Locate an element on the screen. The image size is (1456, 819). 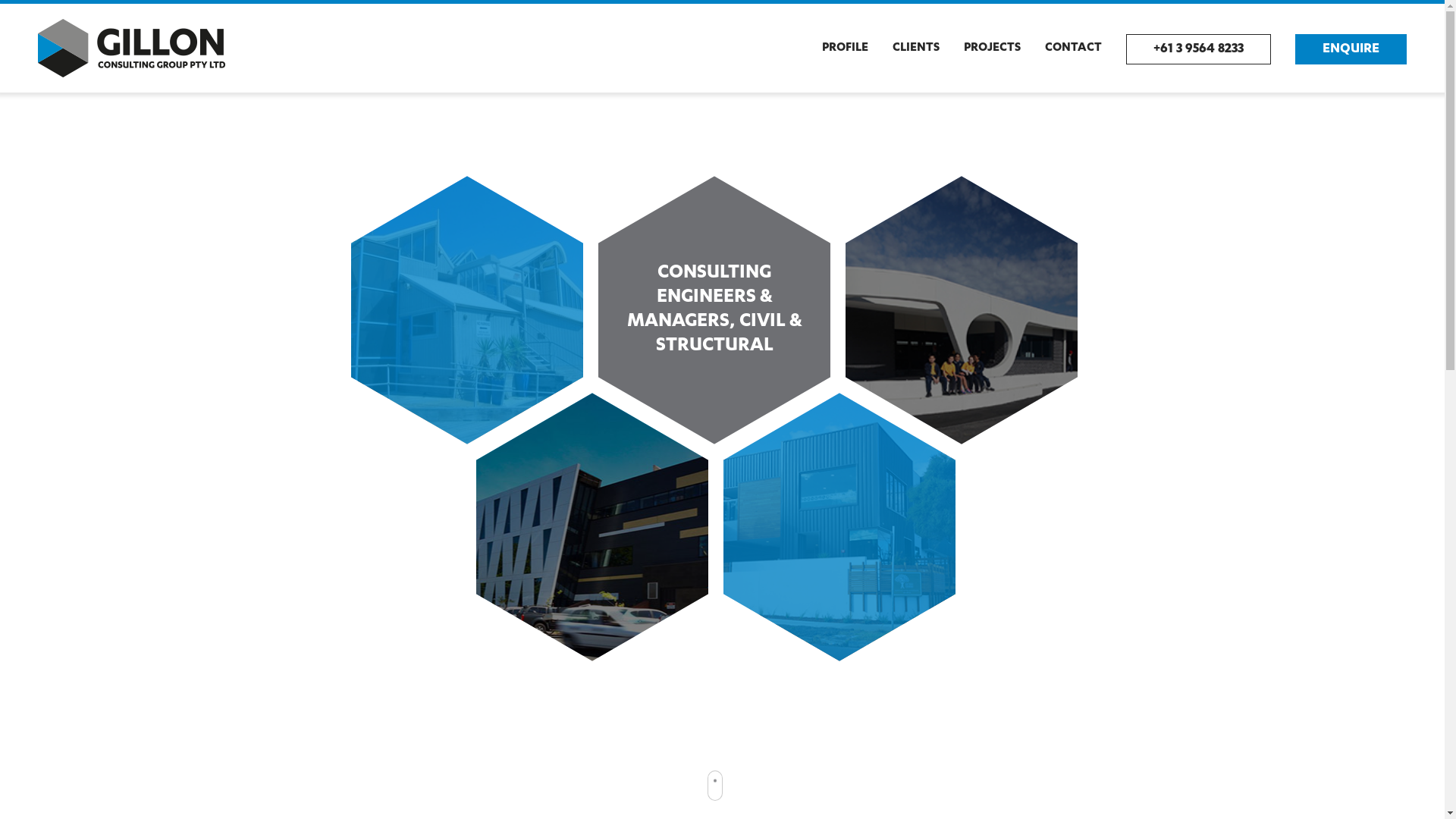
'Gillon Consulting Group' is located at coordinates (131, 47).